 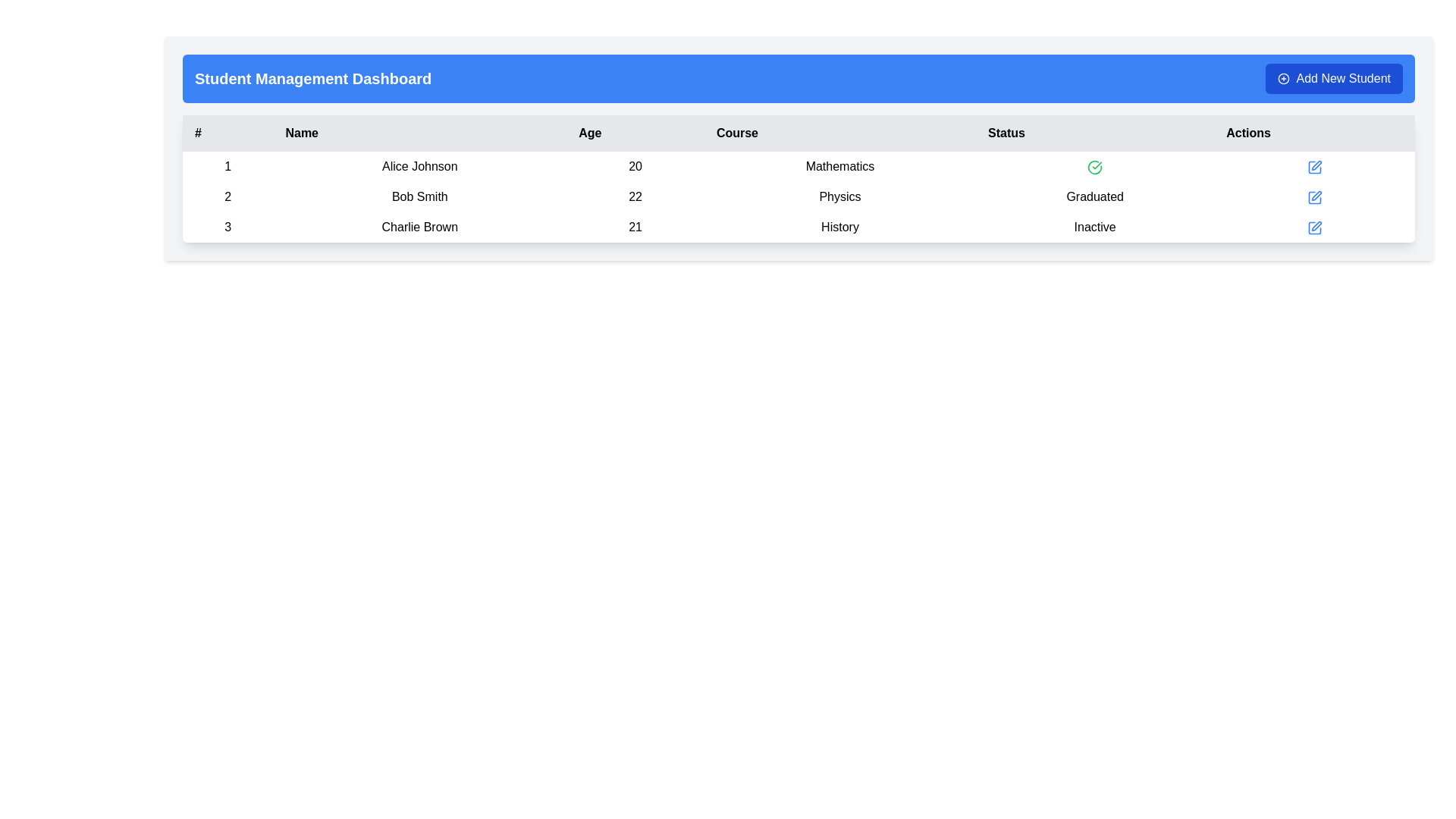 What do you see at coordinates (1313, 167) in the screenshot?
I see `the edit icon button located in the 'Actions' column of the first row corresponding to Alice Johnson` at bounding box center [1313, 167].